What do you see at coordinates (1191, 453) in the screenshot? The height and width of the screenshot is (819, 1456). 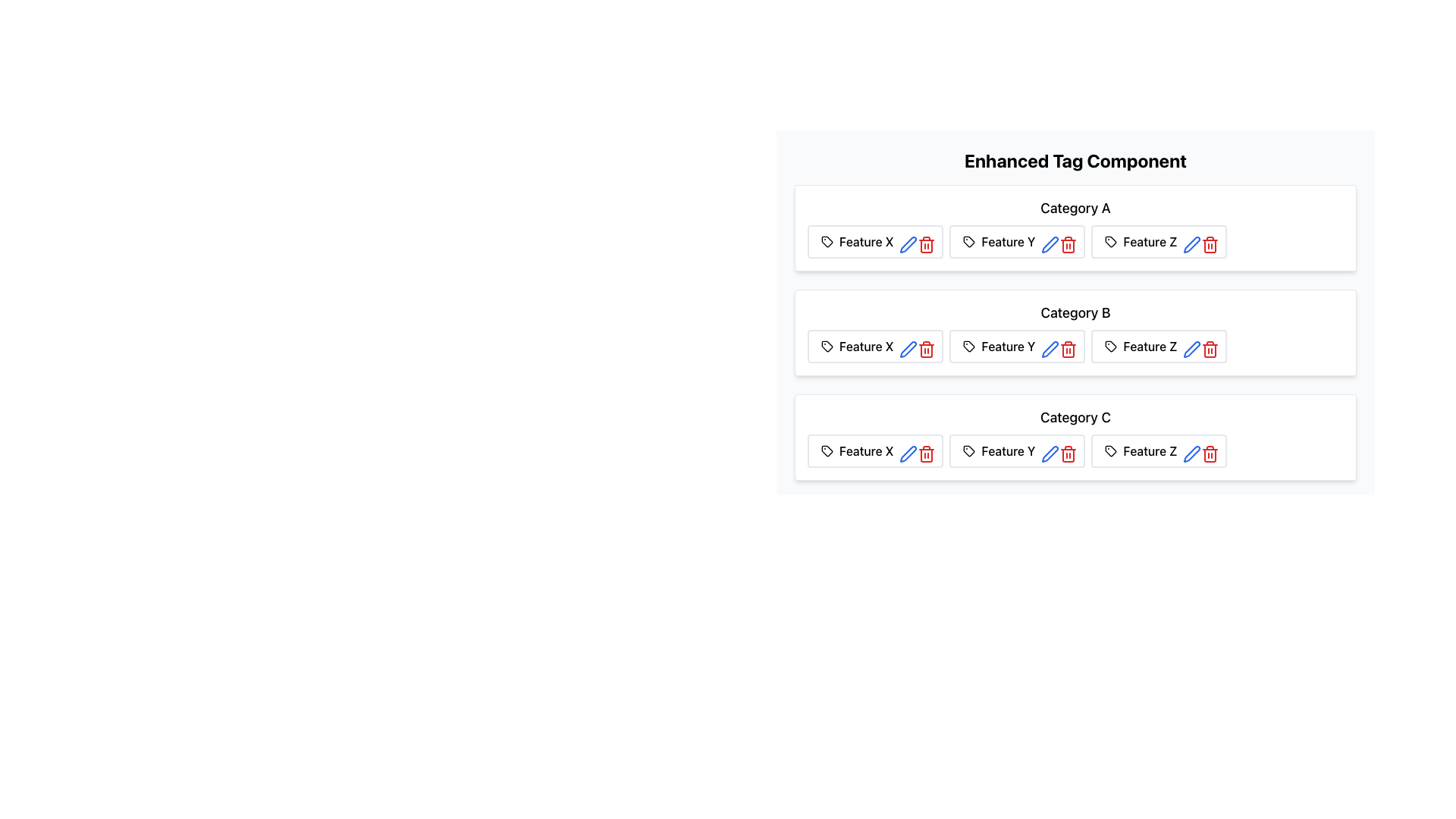 I see `the edit button located next to the tag labeled 'Feature Z' under the 'Category B' section to initiate the edit functionality` at bounding box center [1191, 453].